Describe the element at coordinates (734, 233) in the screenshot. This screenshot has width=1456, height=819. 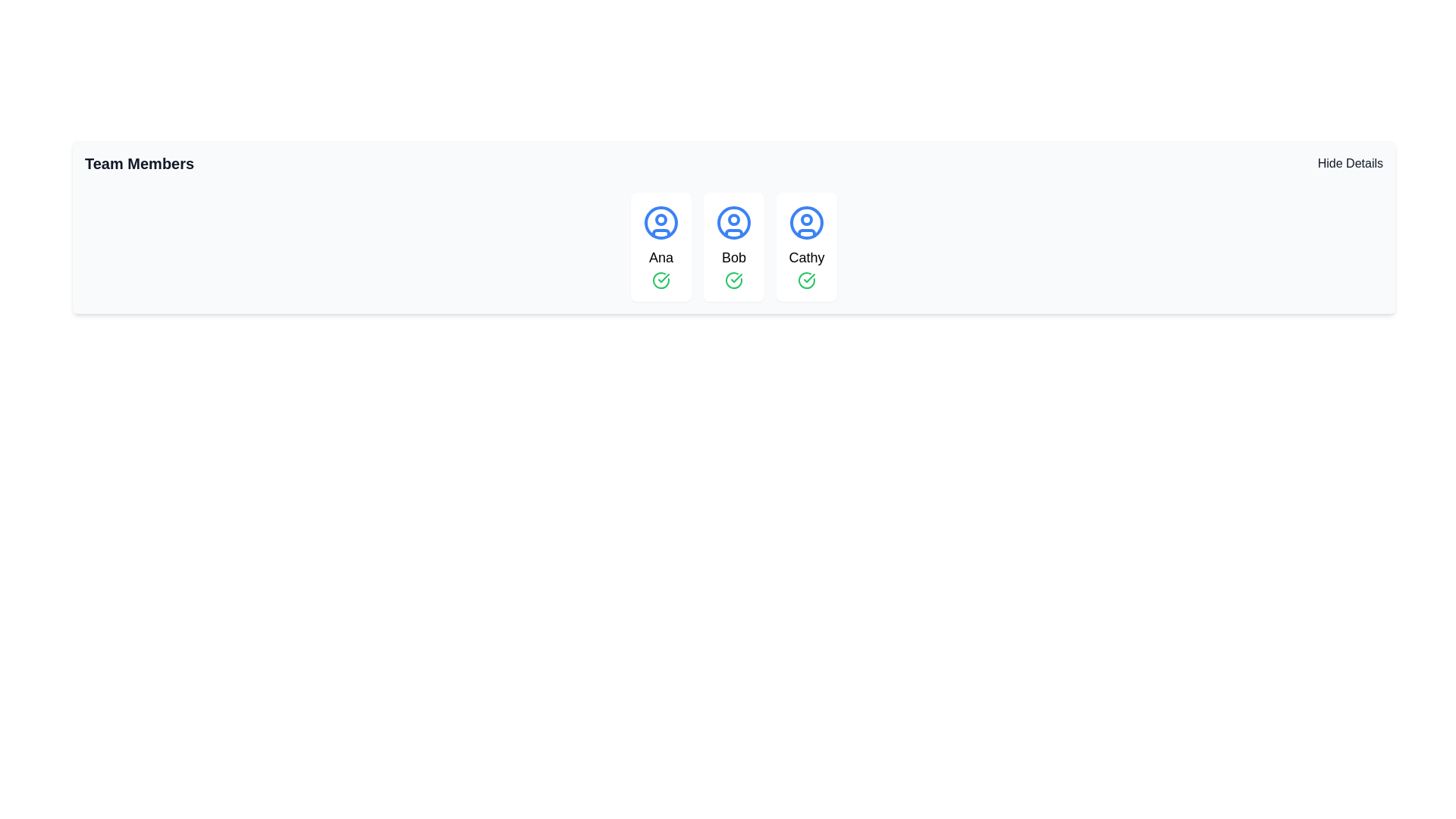
I see `the bottommost curved line segment of the user icon representing 'Bob' in the middle of the three user cards` at that location.